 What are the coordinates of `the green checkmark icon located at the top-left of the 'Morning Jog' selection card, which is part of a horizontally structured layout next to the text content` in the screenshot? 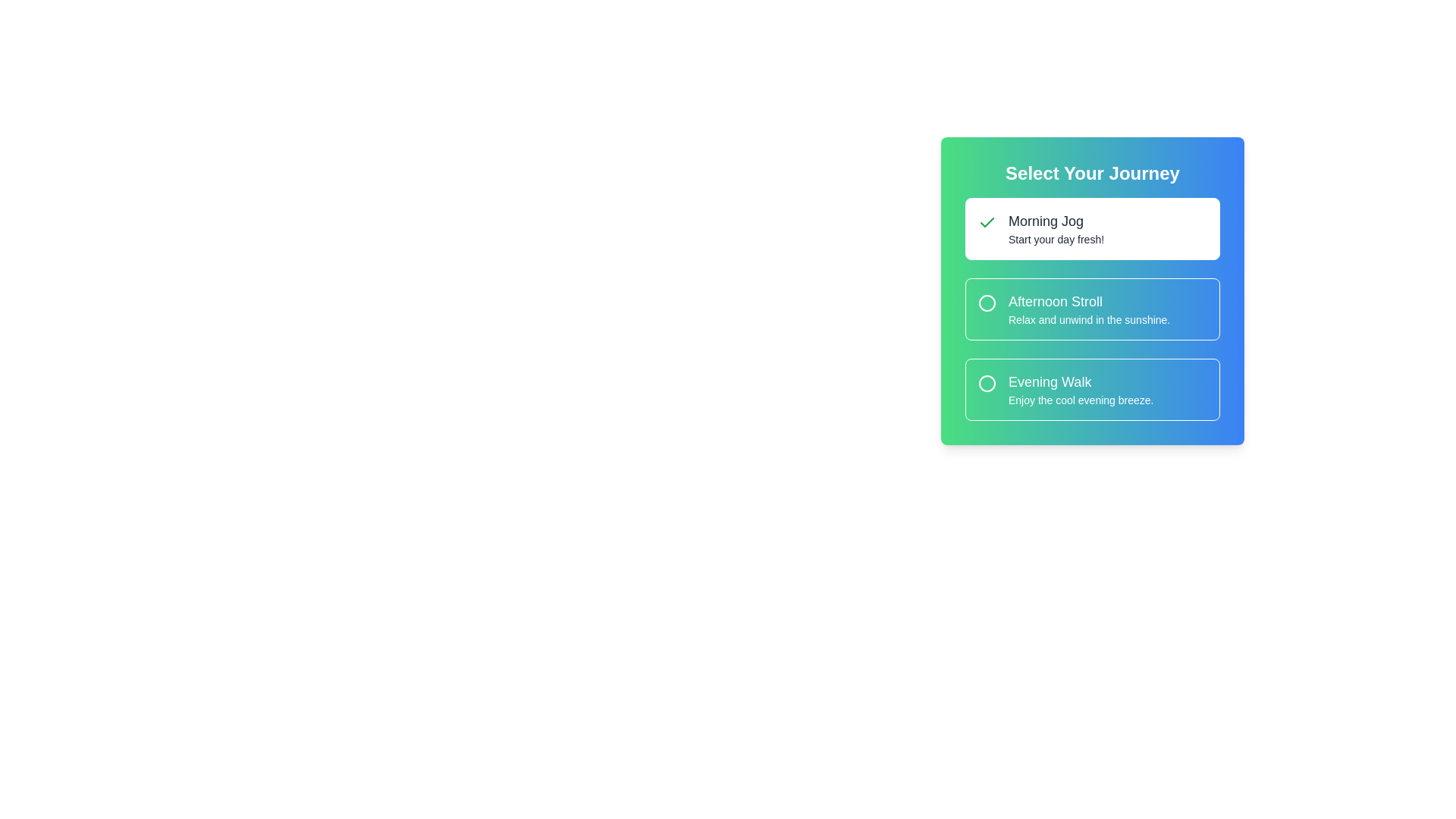 It's located at (987, 222).